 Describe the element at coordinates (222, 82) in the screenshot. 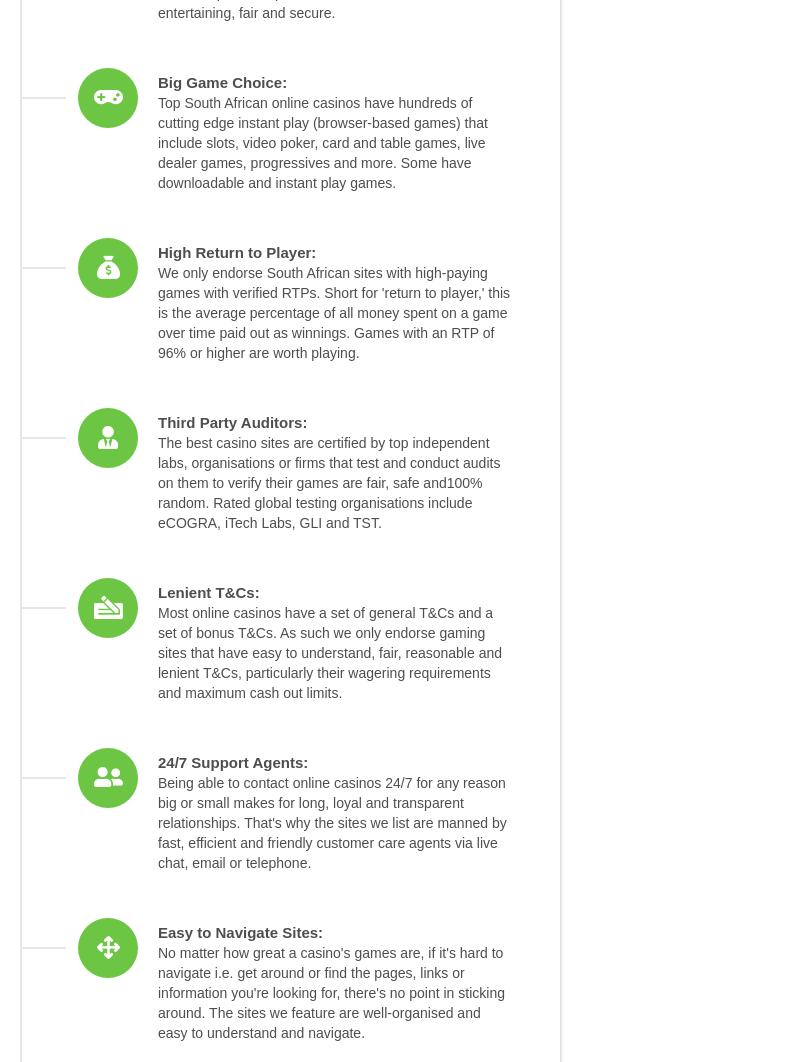

I see `'Big Game Choice:'` at that location.